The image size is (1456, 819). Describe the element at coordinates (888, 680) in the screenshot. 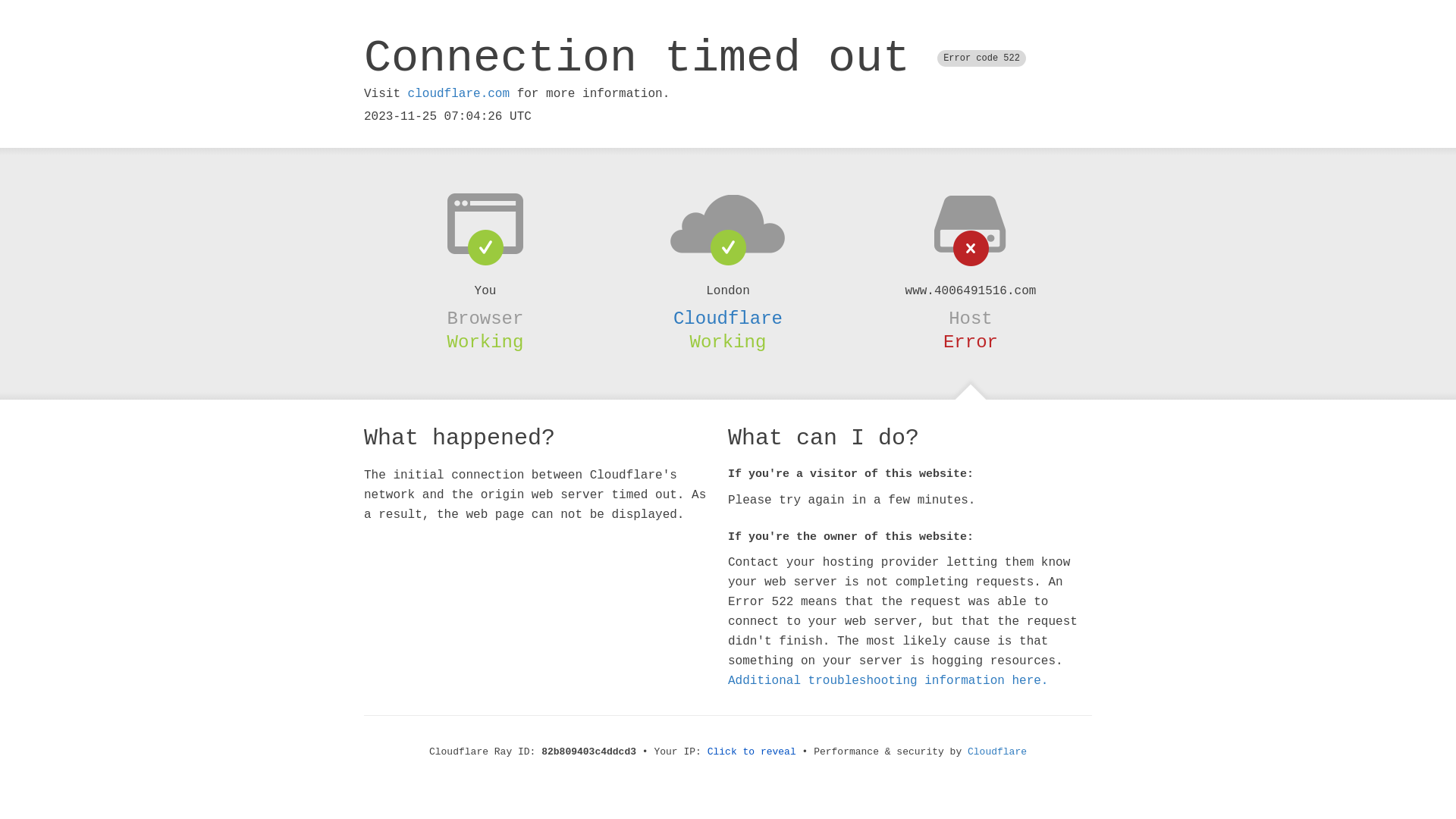

I see `'Additional troubleshooting information here.'` at that location.